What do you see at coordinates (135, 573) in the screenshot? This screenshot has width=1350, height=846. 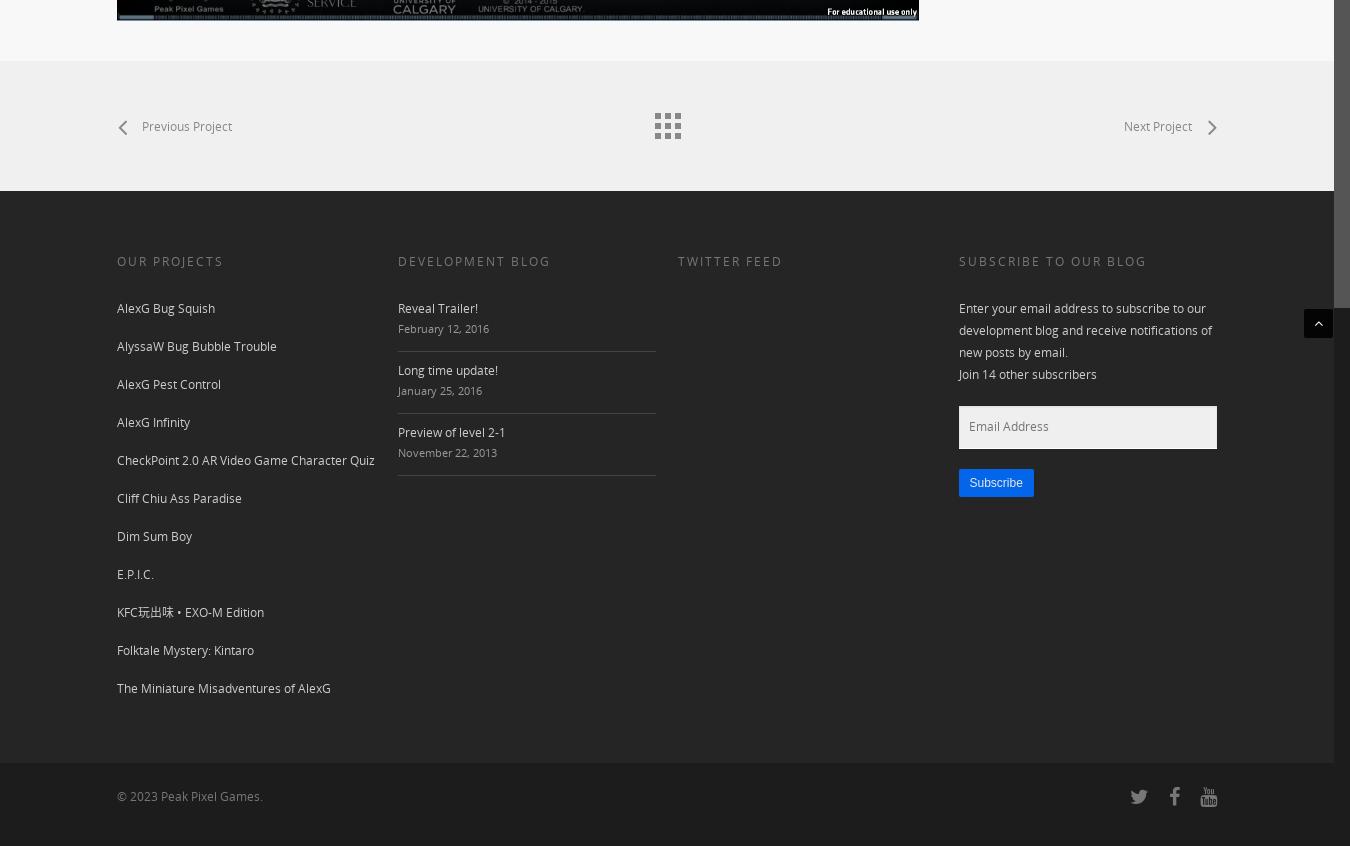 I see `'E.P.I.C.'` at bounding box center [135, 573].